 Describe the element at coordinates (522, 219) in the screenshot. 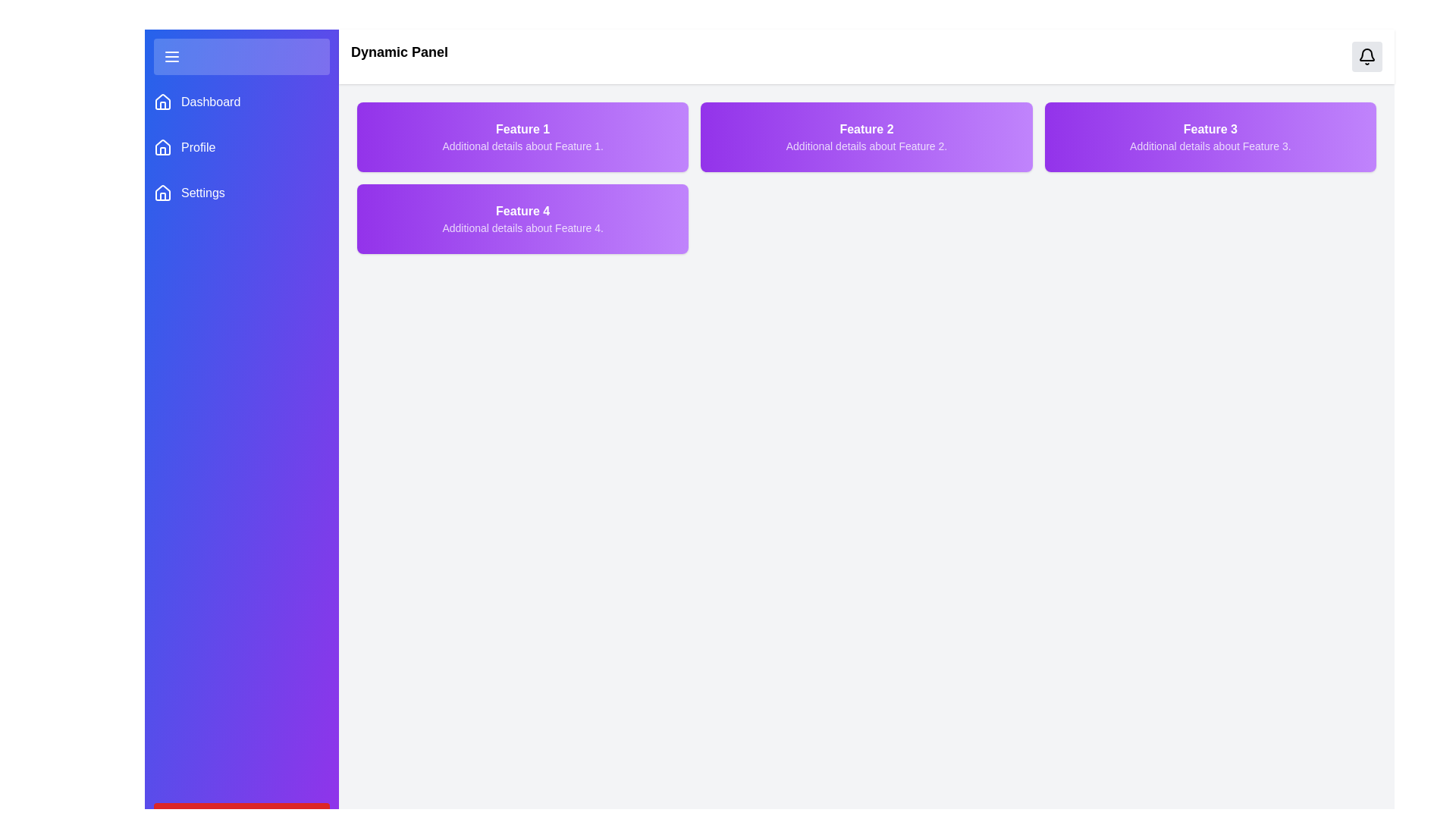

I see `the informational card representing 'Feature 4', located in the second row, first column of the grid layout` at that location.